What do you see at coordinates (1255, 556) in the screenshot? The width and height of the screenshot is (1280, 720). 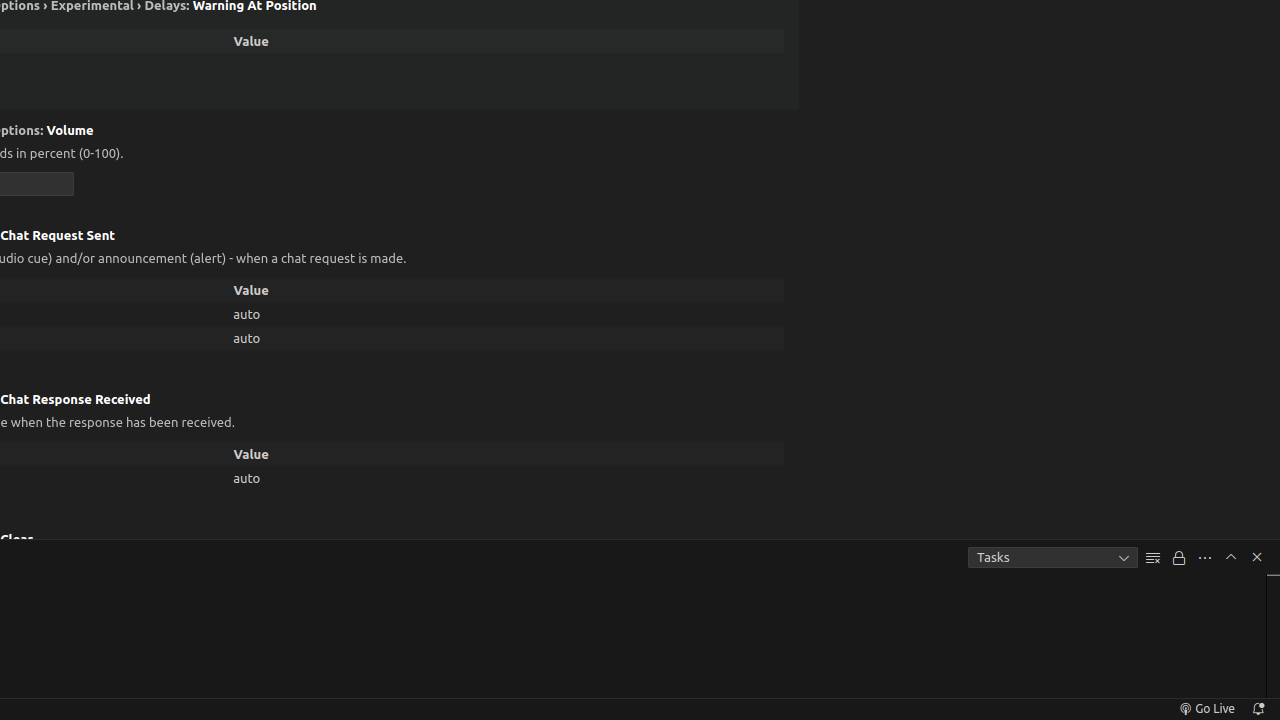 I see `'Hide Panel'` at bounding box center [1255, 556].